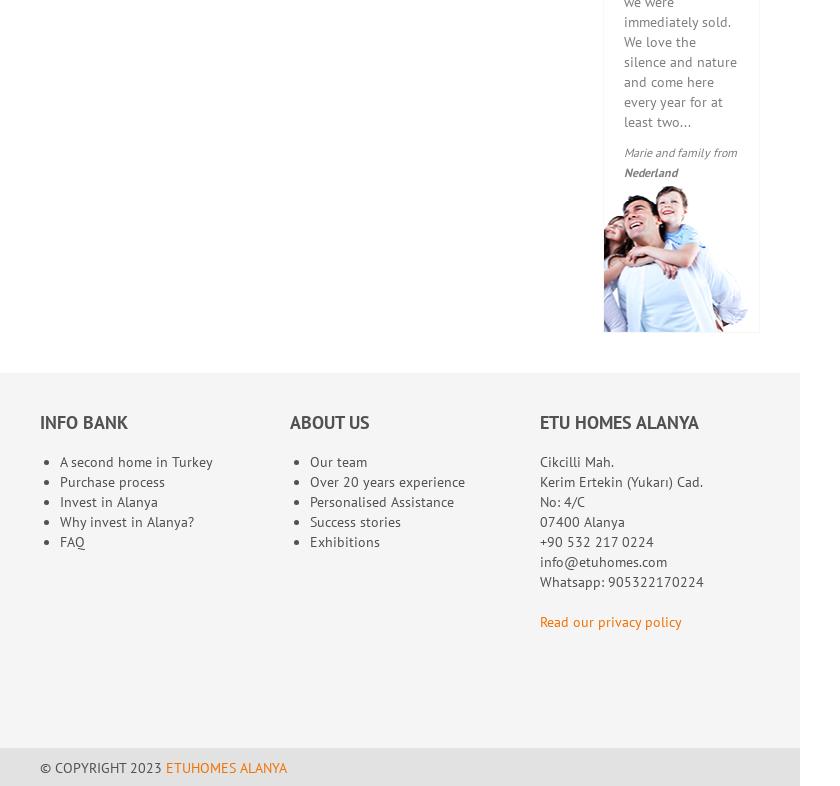 The width and height of the screenshot is (840, 786). Describe the element at coordinates (679, 150) in the screenshot. I see `'Marie and family from'` at that location.